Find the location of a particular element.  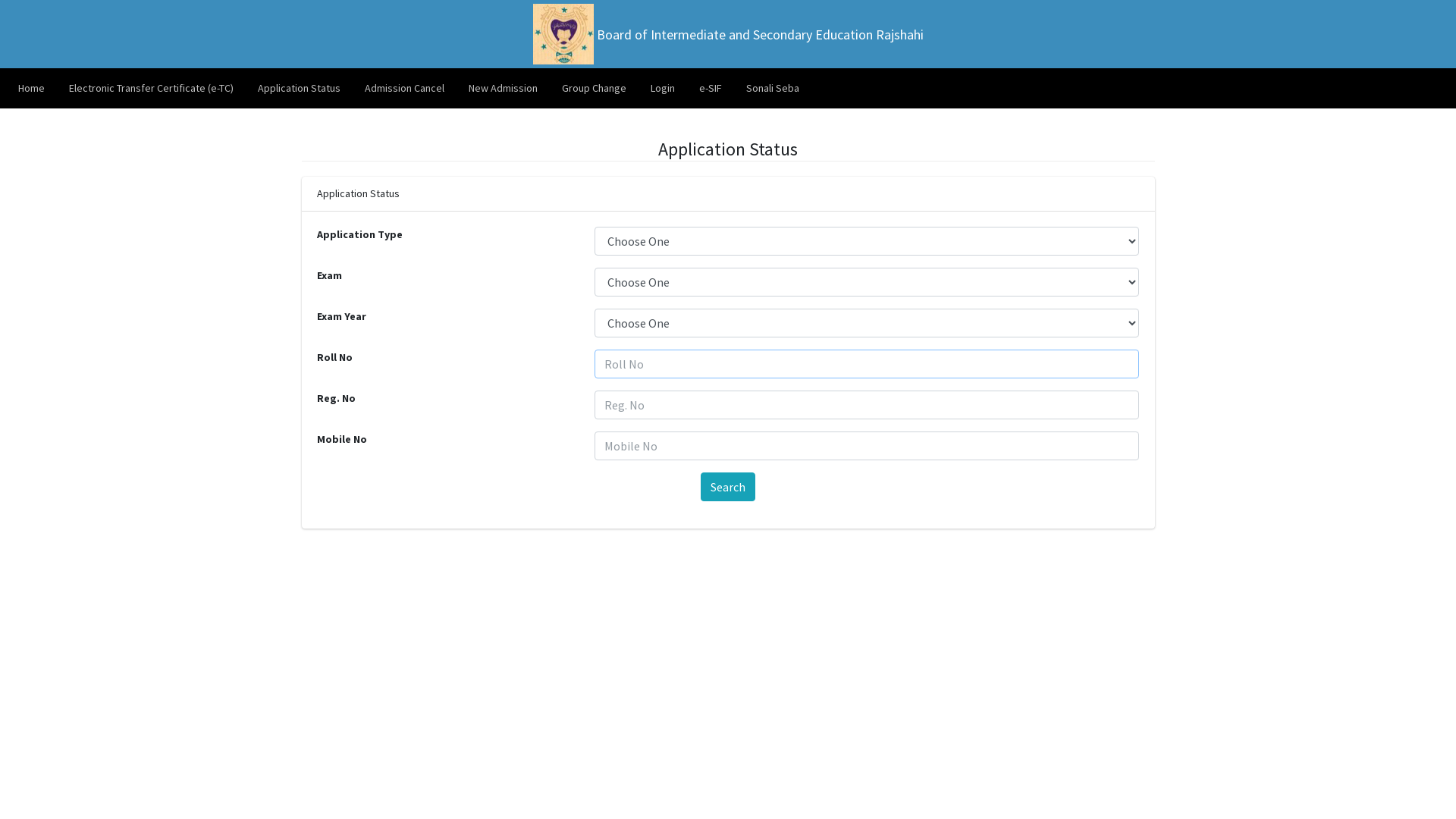

'Group Change' is located at coordinates (593, 88).